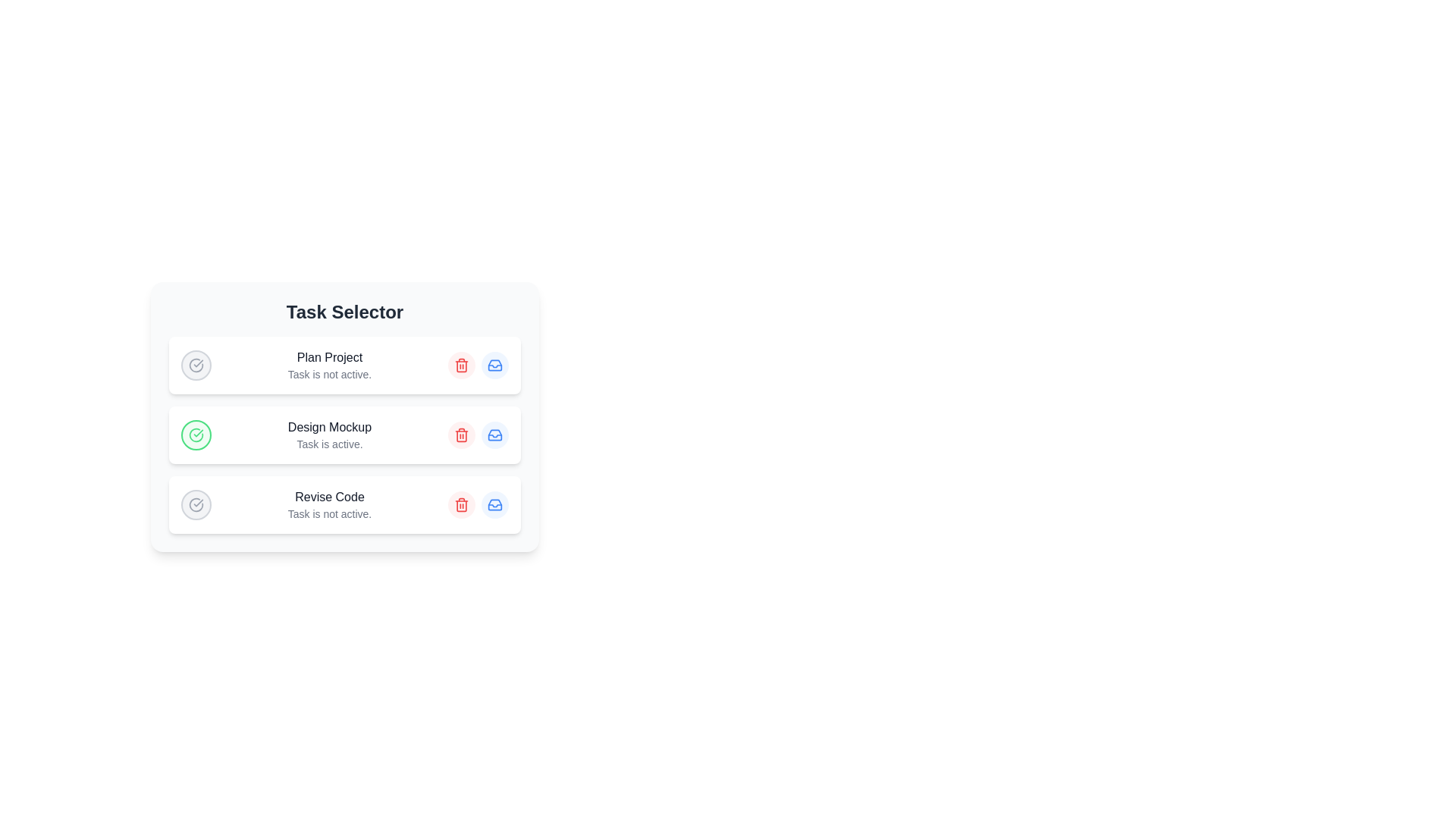  Describe the element at coordinates (329, 444) in the screenshot. I see `the text label displaying 'Task is active.' located below 'Design Mockup' in the second card of the 'Task Selector' interface` at that location.